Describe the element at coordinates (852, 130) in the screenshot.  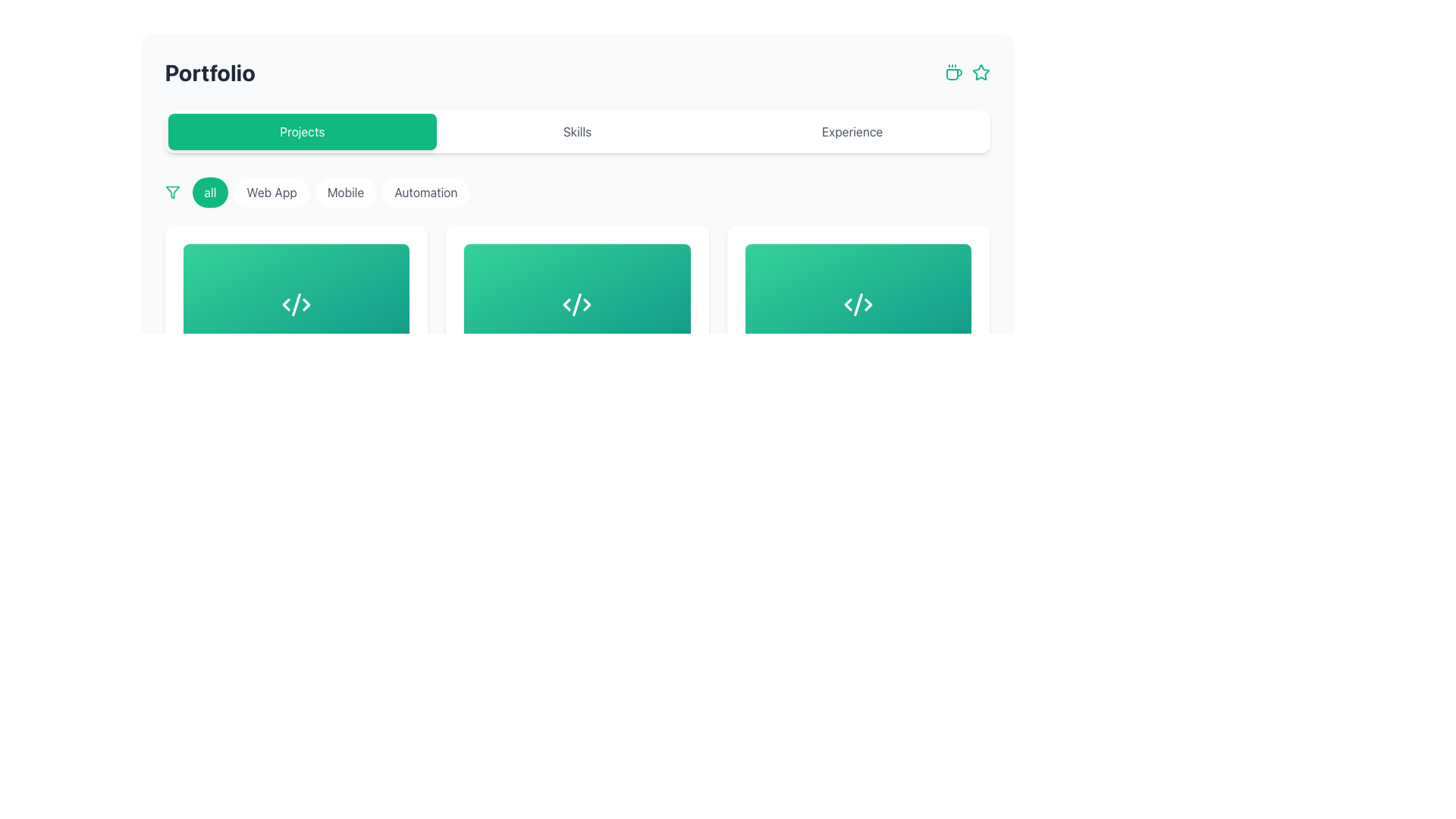
I see `the third button in the row, located between the 'Skills' button and an area with icons` at that location.